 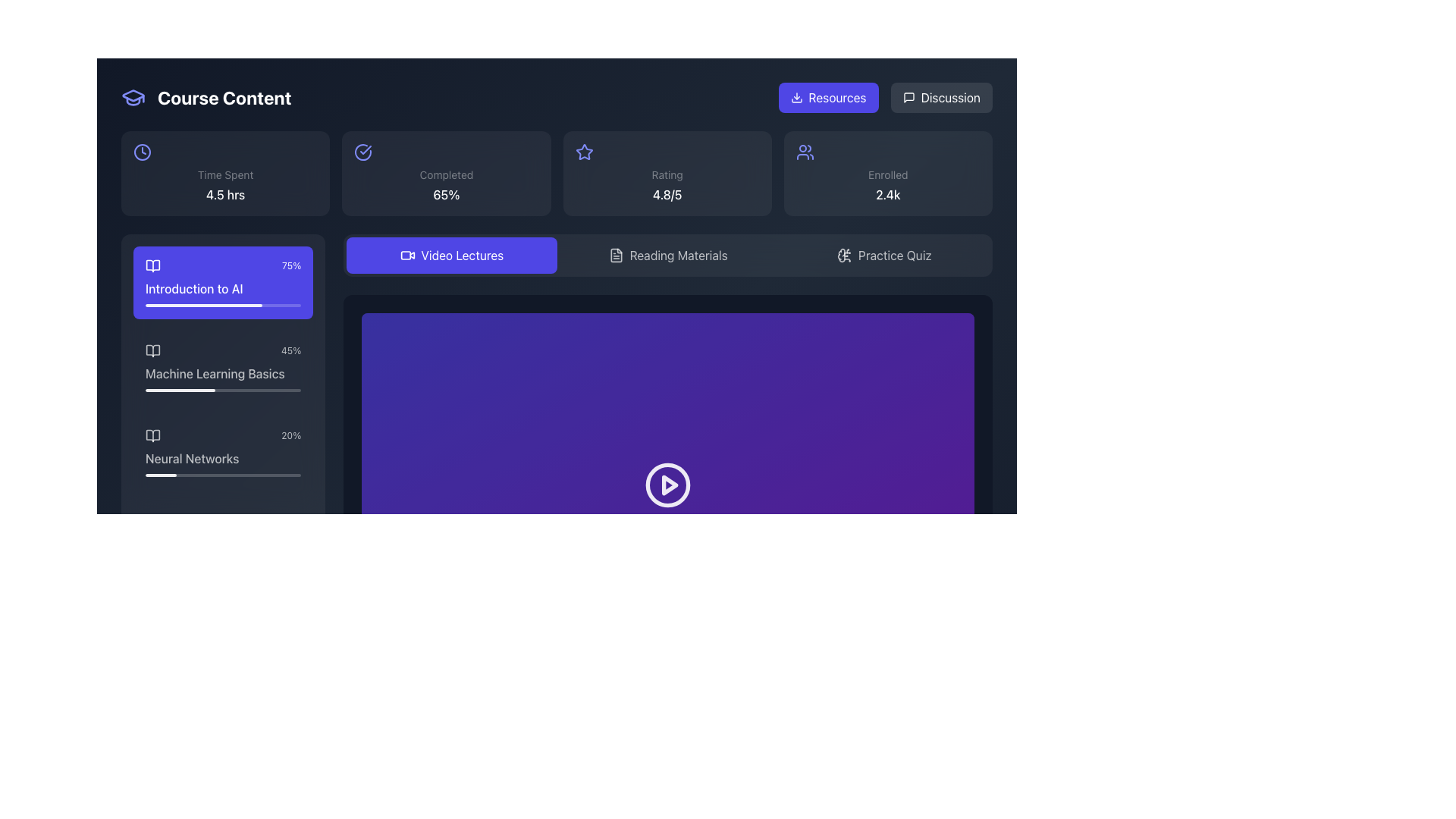 I want to click on the 'Neural Networks' learning module button located, so click(x=222, y=452).